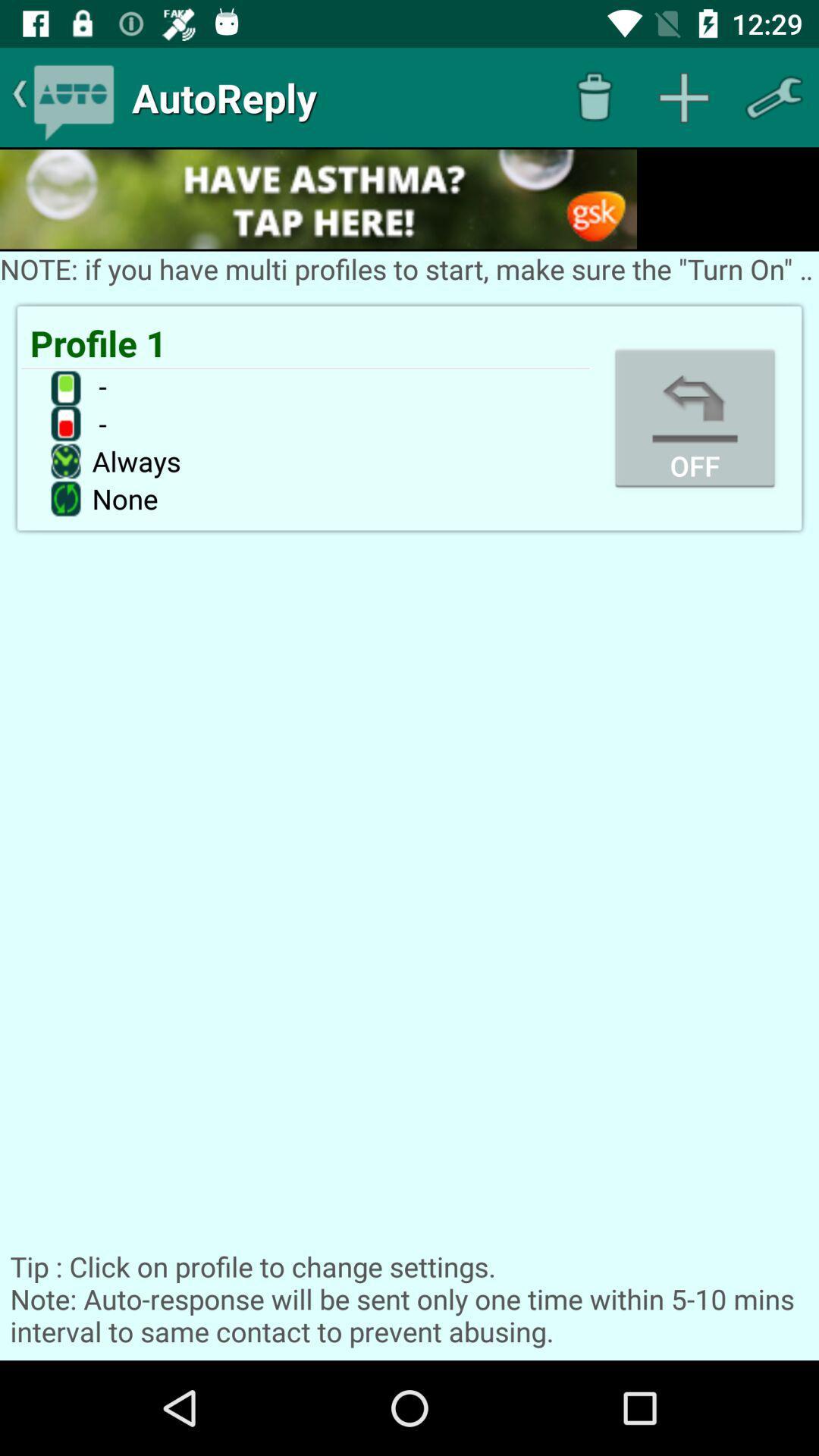 This screenshot has height=1456, width=819. Describe the element at coordinates (684, 96) in the screenshot. I see `add options` at that location.